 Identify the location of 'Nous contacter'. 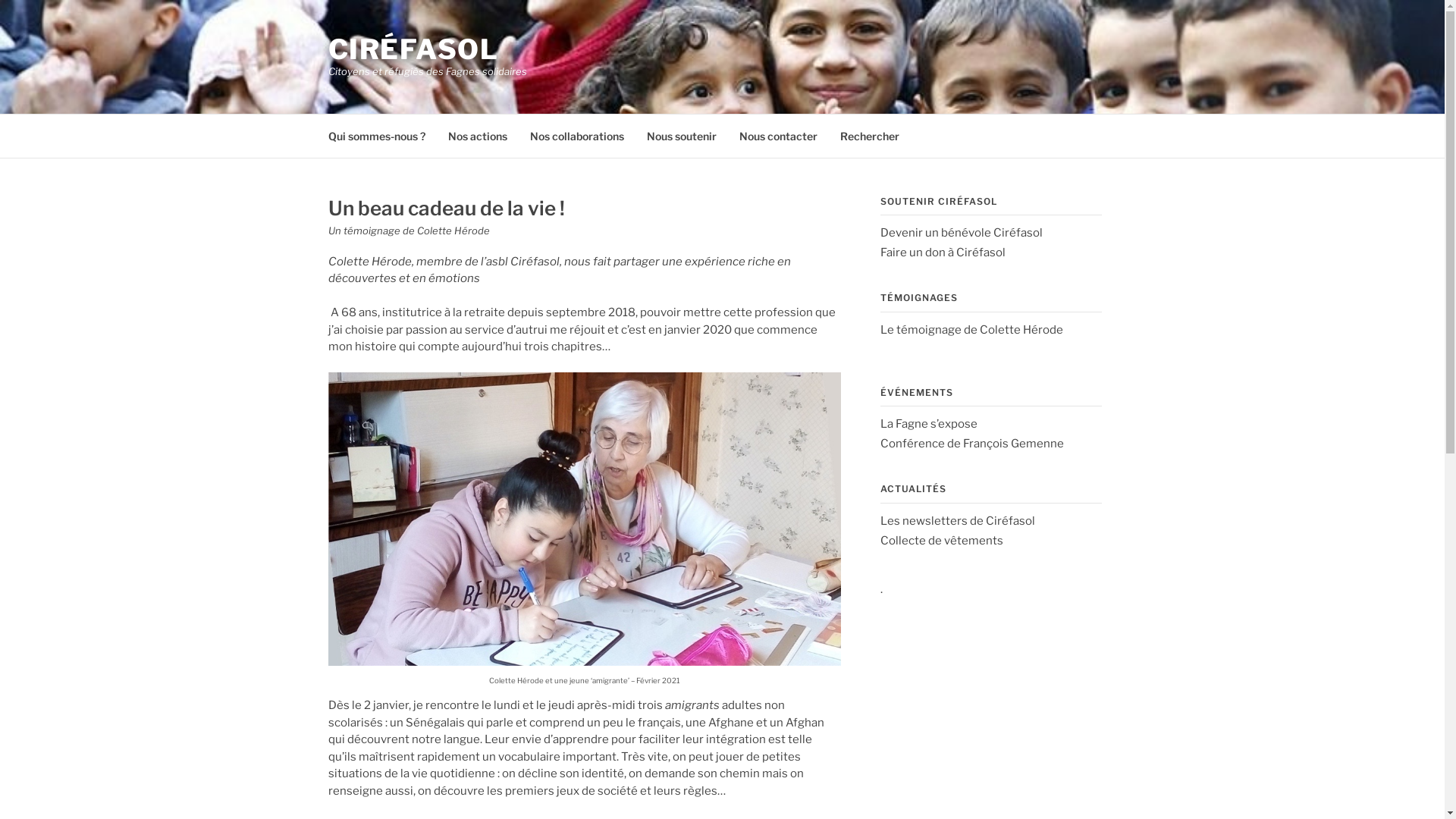
(777, 134).